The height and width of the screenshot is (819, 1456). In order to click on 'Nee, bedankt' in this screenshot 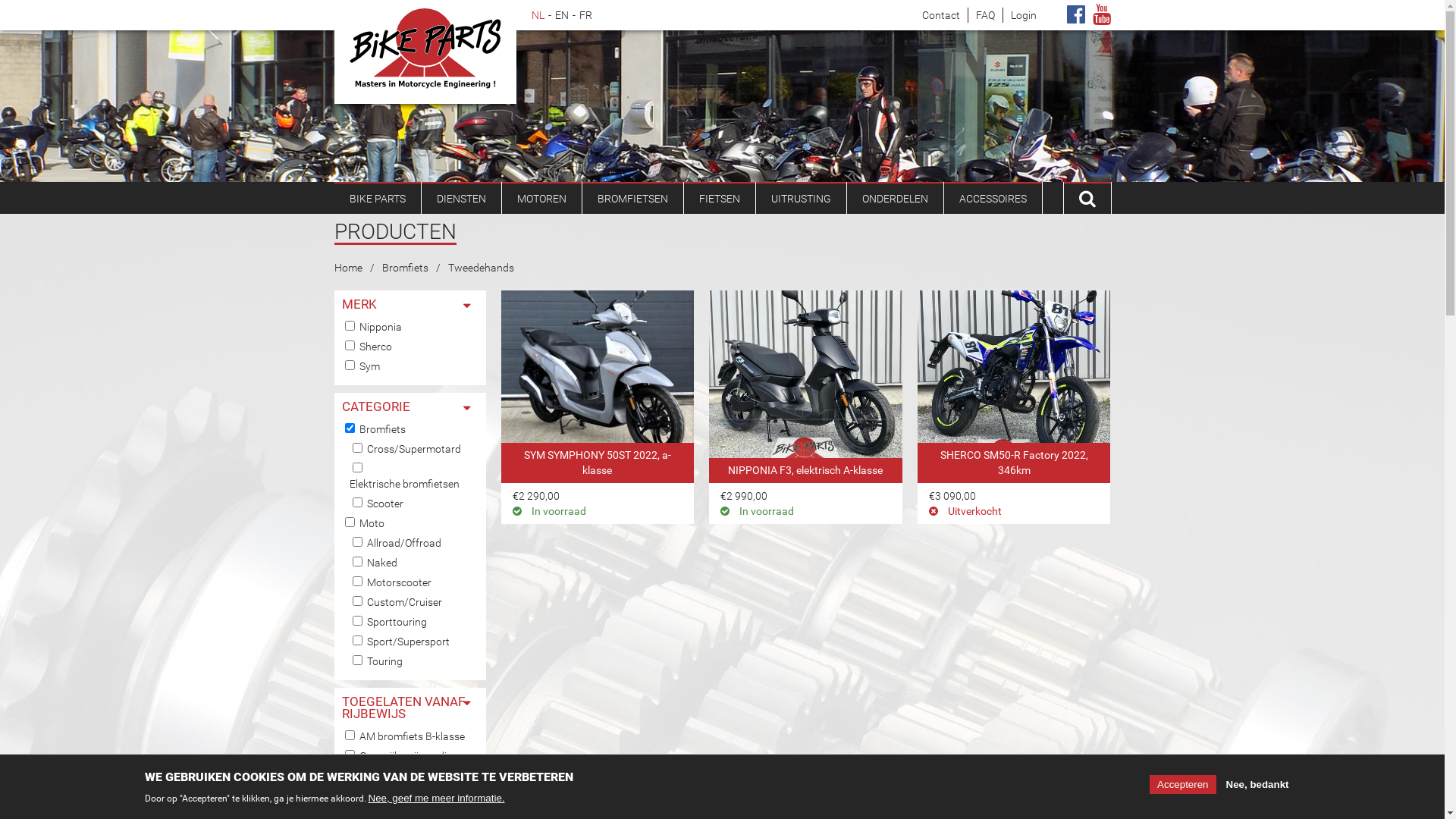, I will do `click(1257, 784)`.